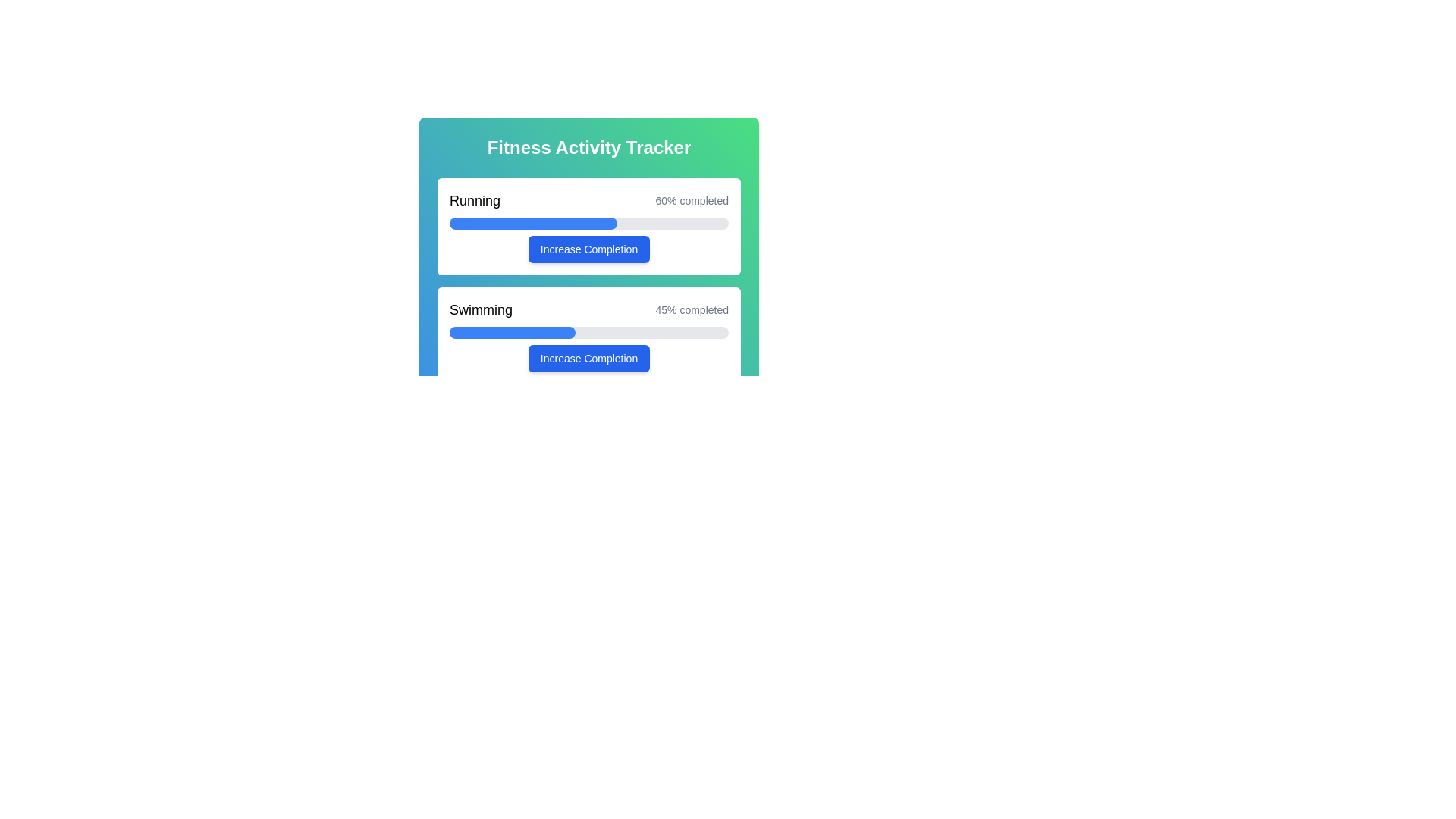 This screenshot has width=1456, height=819. Describe the element at coordinates (588, 314) in the screenshot. I see `the second Activity tracker card in the 'Fitness Activity Tracker' section, which displays a 45% completion status for swimming, featuring a gradient background and rounded corners` at that location.